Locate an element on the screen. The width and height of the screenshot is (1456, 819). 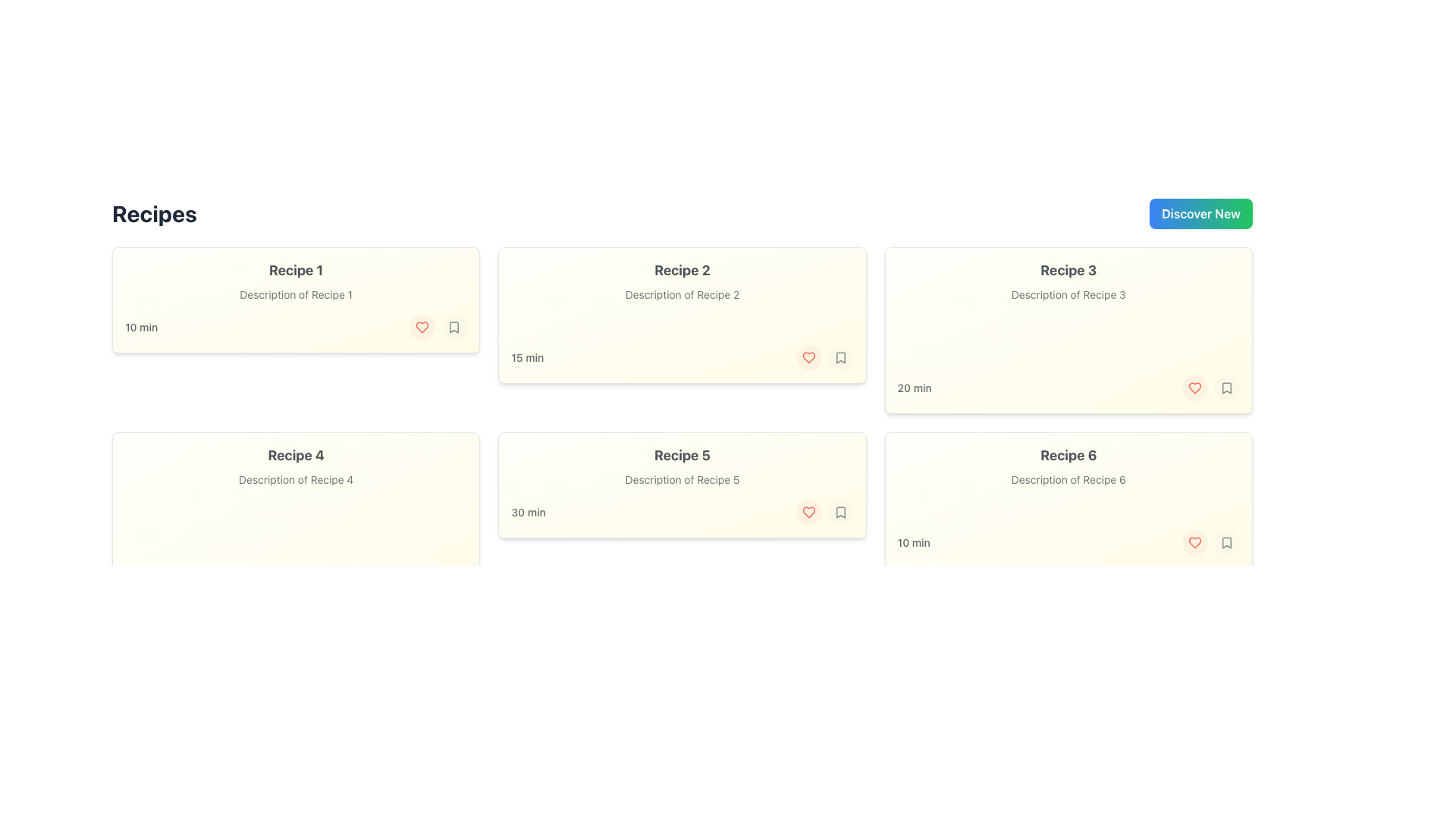
the heart-shaped icon styled in red within the light red circular background, located at the bottom-right corner of the card labeled 'Recipe 6' is located at coordinates (1194, 542).